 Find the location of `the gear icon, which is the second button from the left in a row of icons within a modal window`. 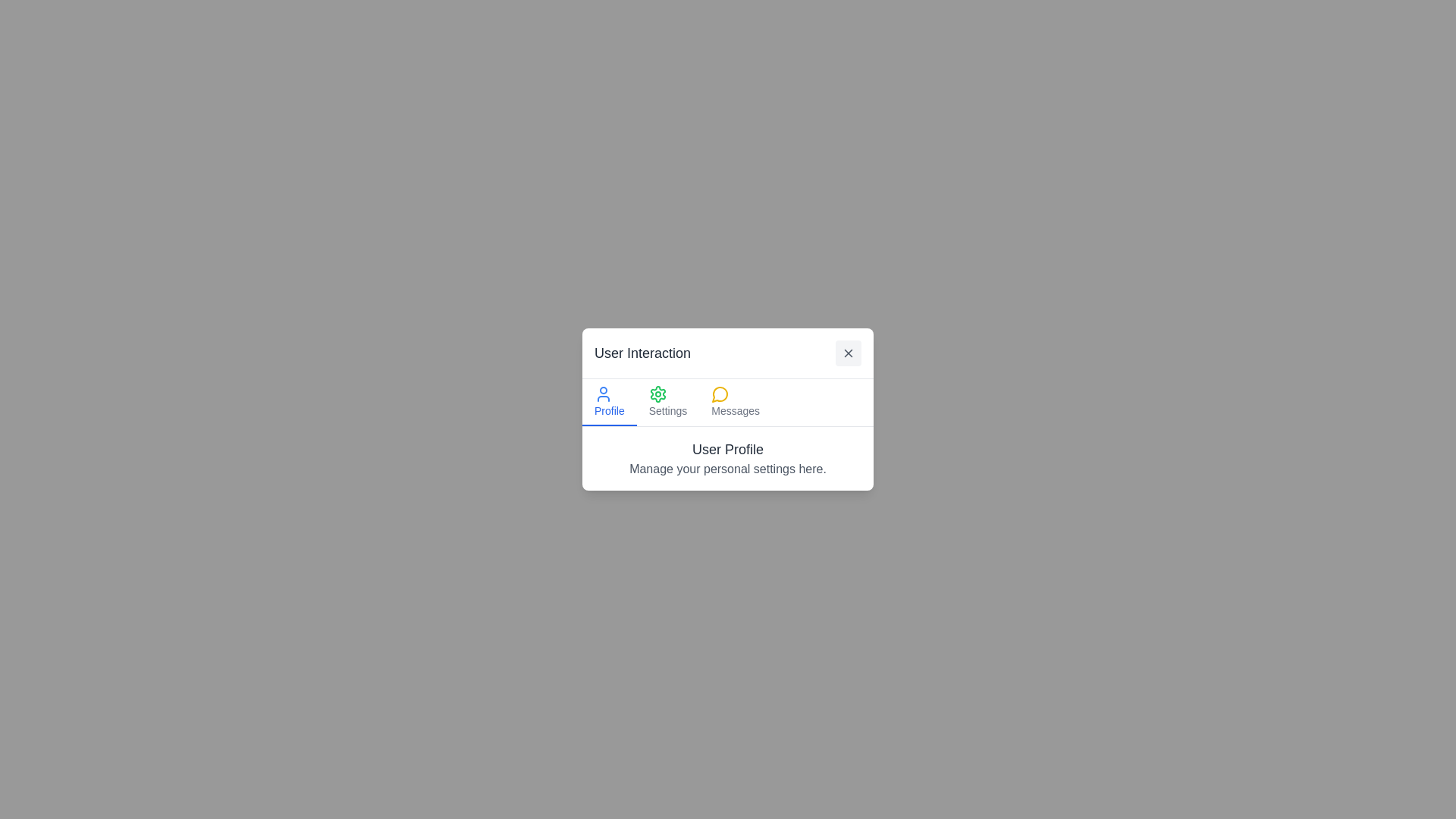

the gear icon, which is the second button from the left in a row of icons within a modal window is located at coordinates (657, 394).